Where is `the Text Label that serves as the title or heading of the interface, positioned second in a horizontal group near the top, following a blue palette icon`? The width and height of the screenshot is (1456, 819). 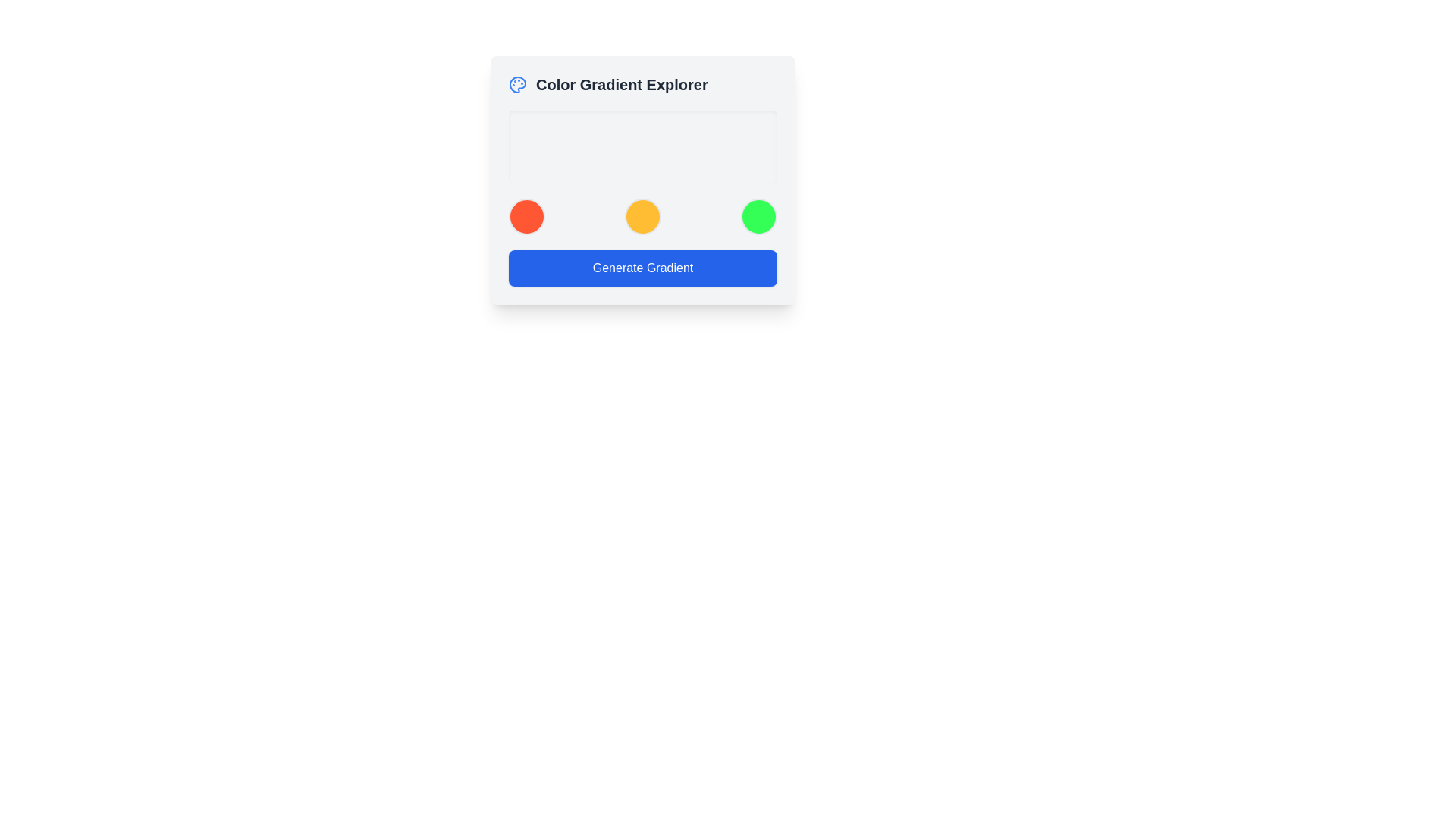 the Text Label that serves as the title or heading of the interface, positioned second in a horizontal group near the top, following a blue palette icon is located at coordinates (622, 84).